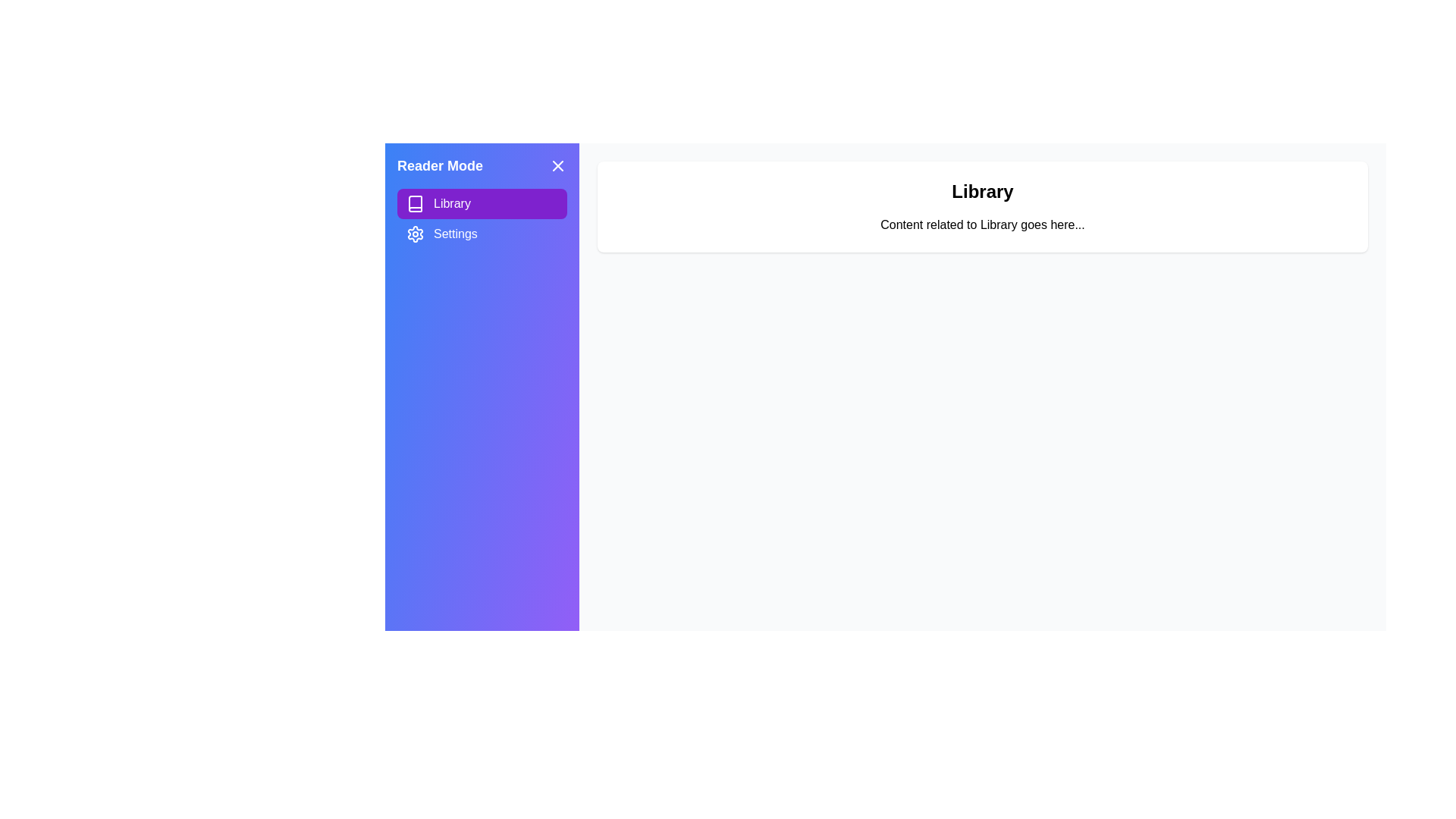 The image size is (1456, 819). I want to click on the section Settings to observe visual feedback, so click(481, 234).